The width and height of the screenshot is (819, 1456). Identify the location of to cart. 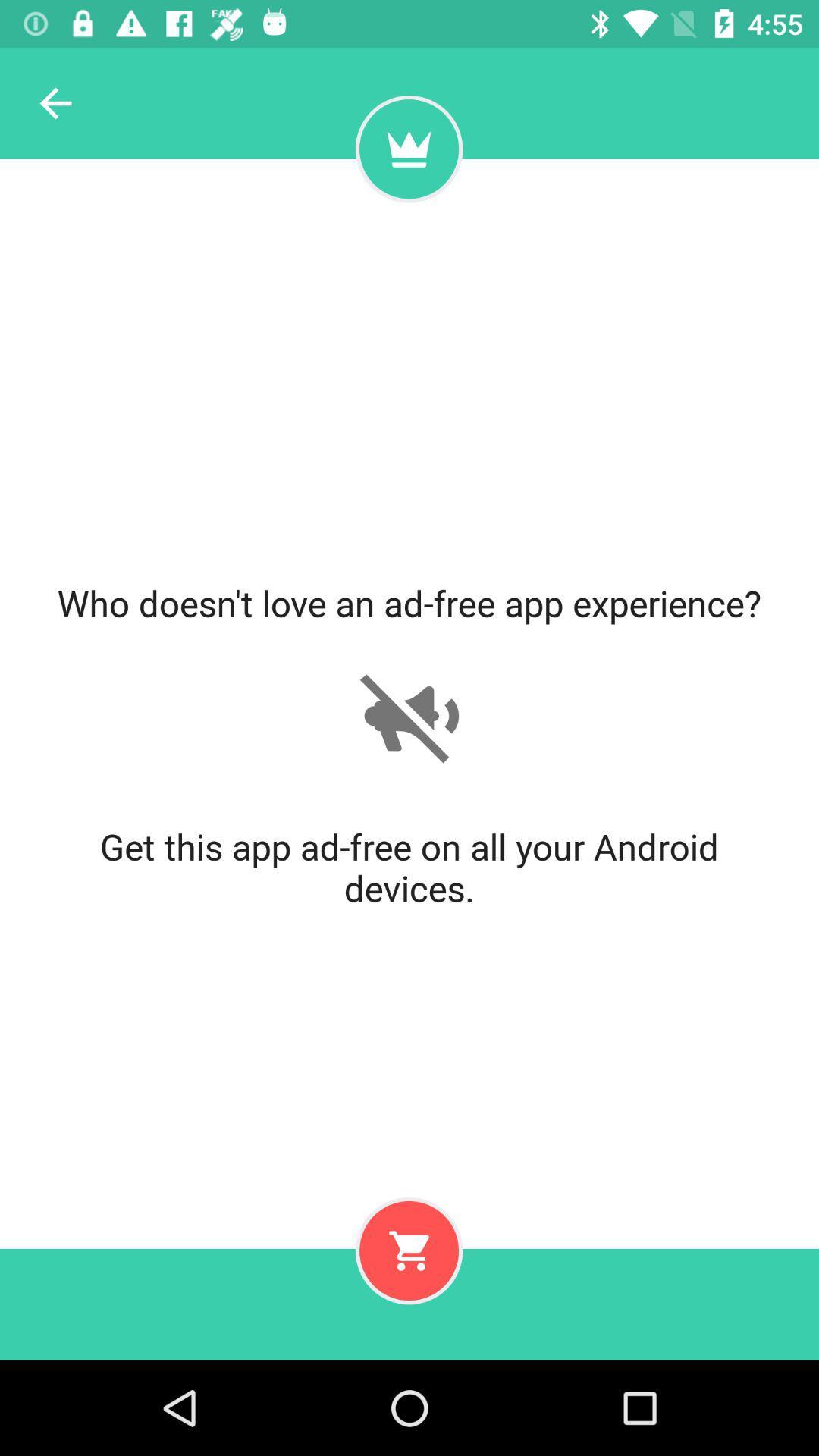
(408, 1250).